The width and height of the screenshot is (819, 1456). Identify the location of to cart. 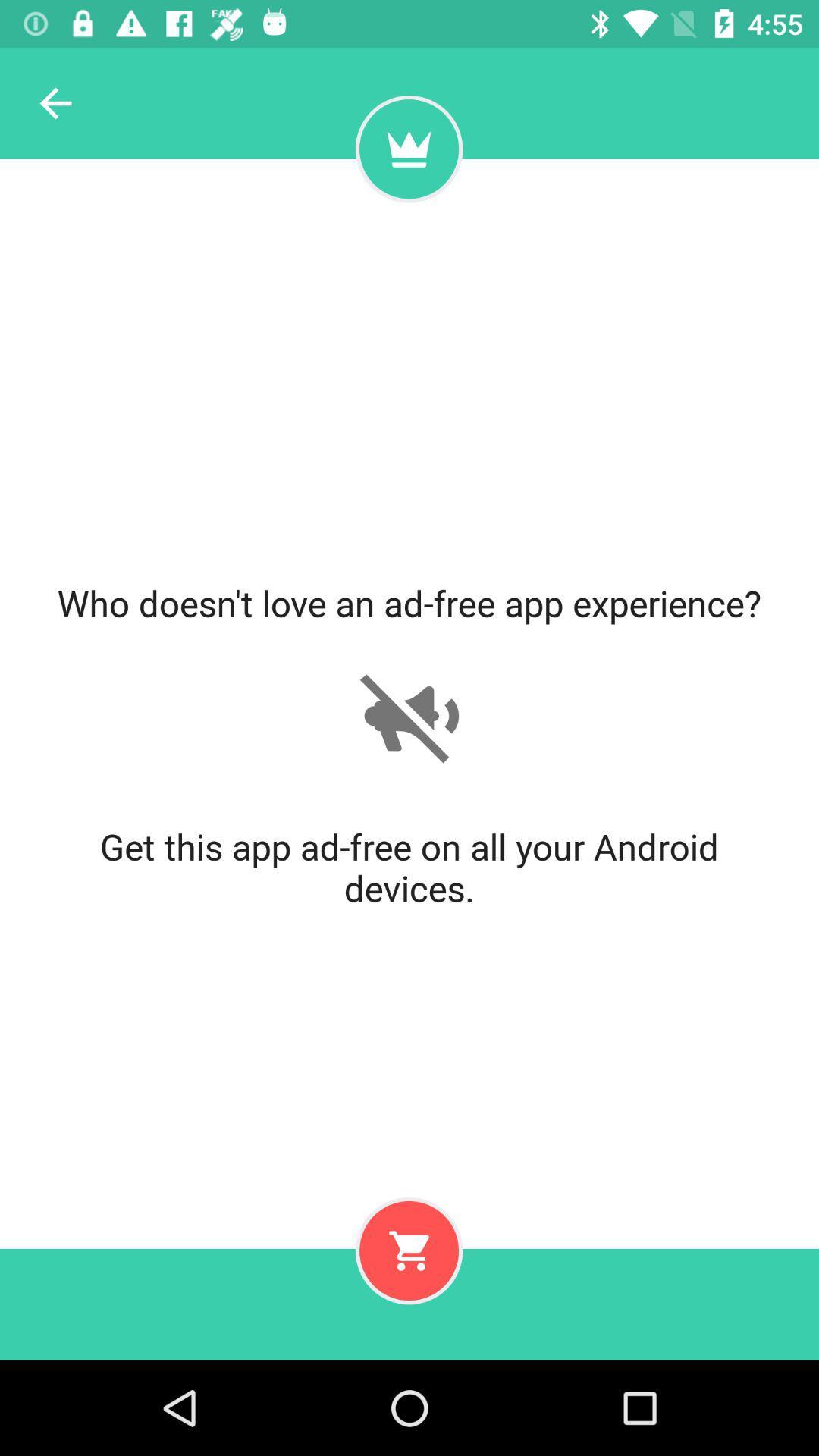
(408, 1250).